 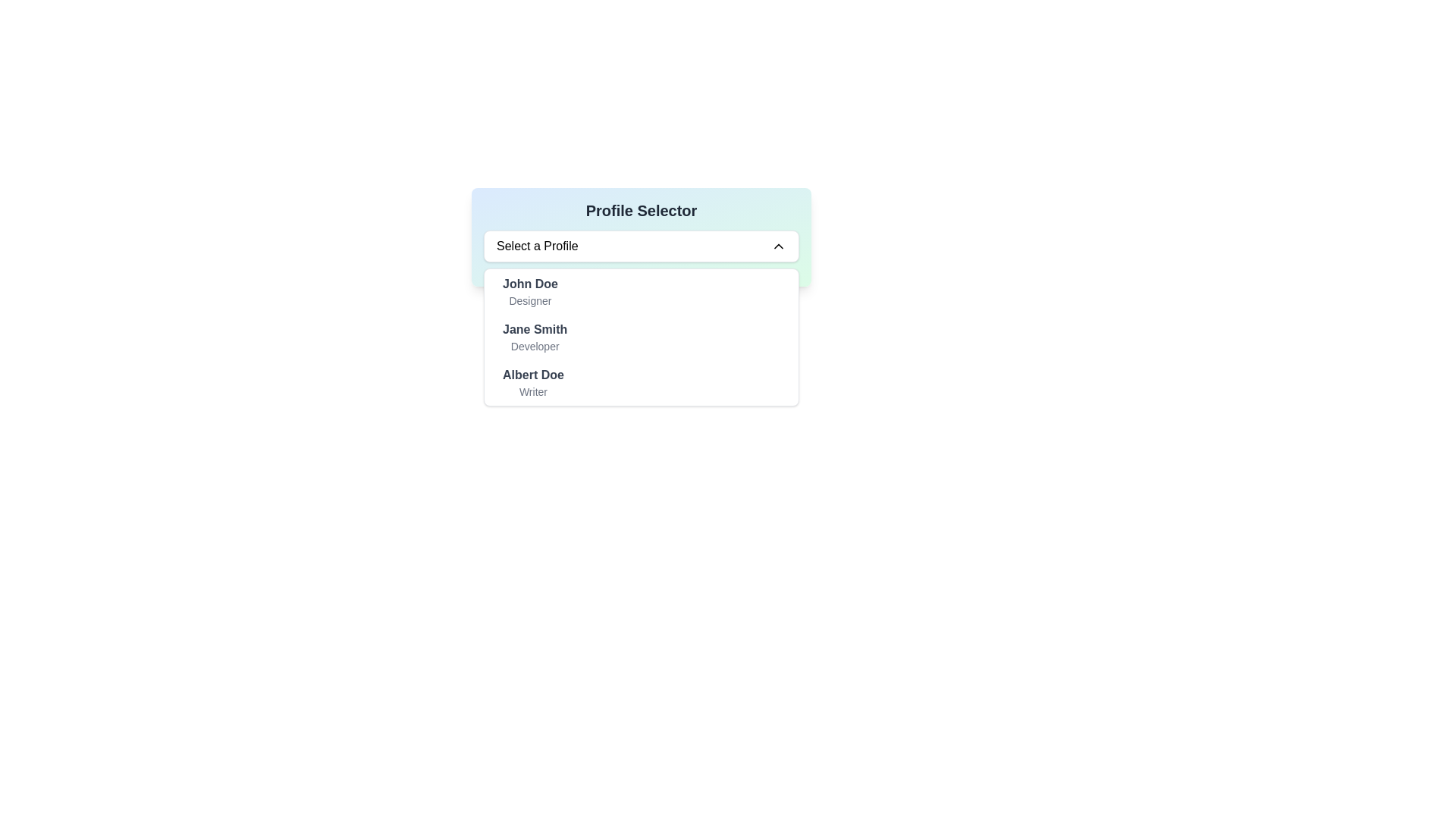 What do you see at coordinates (535, 346) in the screenshot?
I see `the static text label displaying 'Developer' in gray color, which is positioned below 'Jane Smith' in the dropdown menu` at bounding box center [535, 346].